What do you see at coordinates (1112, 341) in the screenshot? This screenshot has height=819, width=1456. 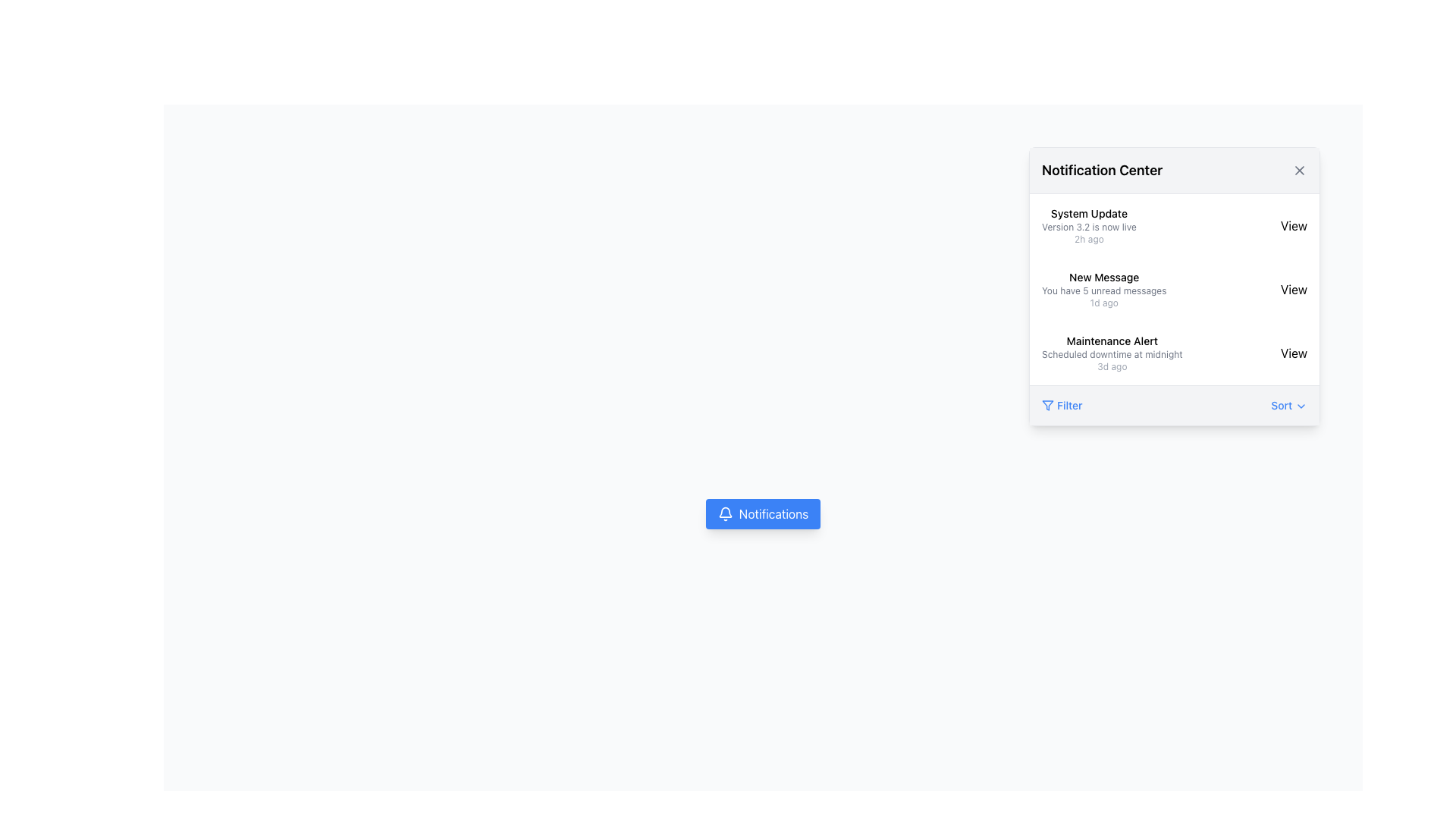 I see `the Text Label that serves as the title of the notification message indicating 'Maintenance Alert'` at bounding box center [1112, 341].